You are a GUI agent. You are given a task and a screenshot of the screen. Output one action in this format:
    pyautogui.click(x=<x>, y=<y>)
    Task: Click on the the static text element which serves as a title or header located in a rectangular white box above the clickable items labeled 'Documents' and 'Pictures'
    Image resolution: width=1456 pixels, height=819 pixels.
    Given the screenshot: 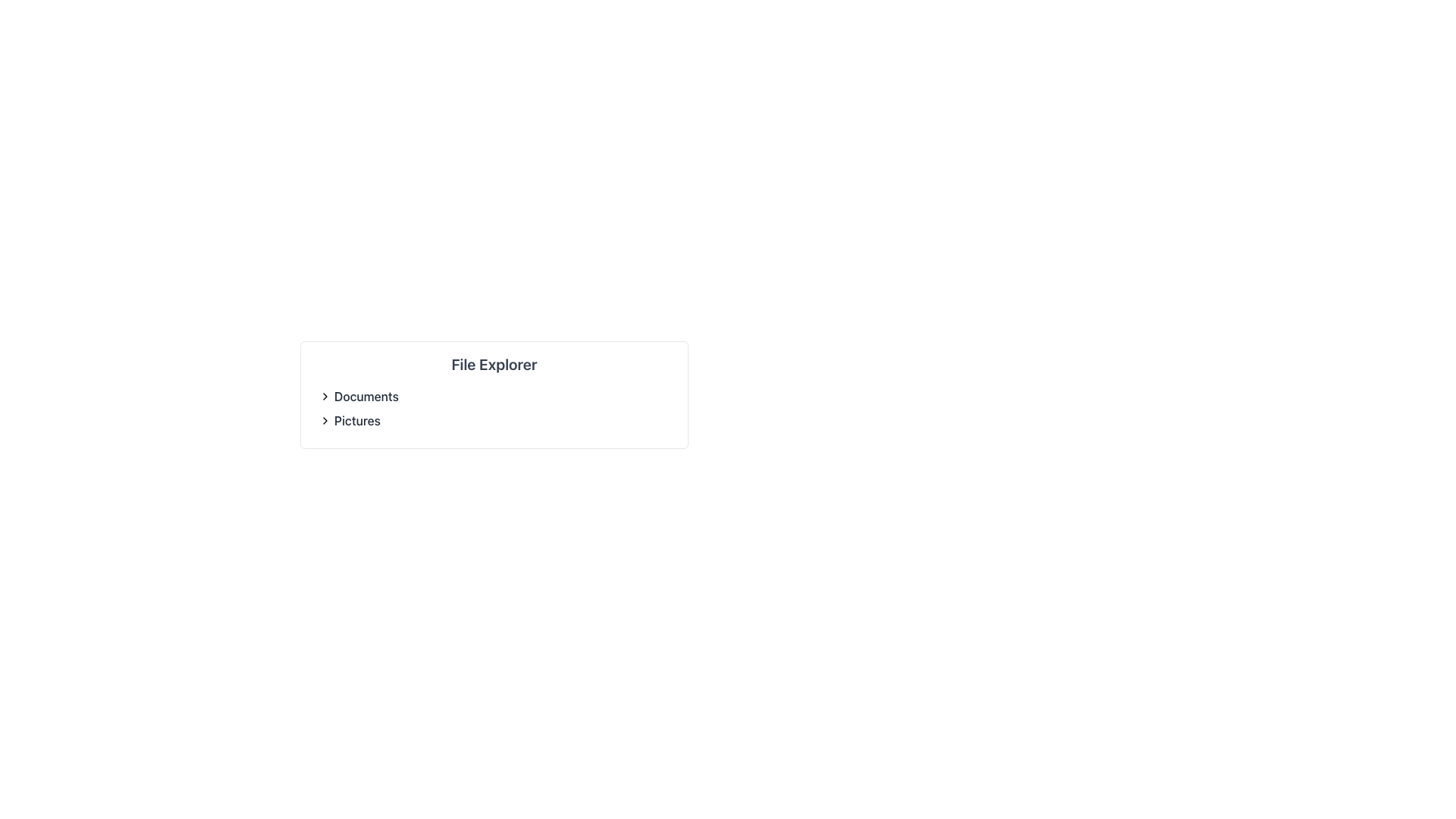 What is the action you would take?
    pyautogui.click(x=494, y=365)
    